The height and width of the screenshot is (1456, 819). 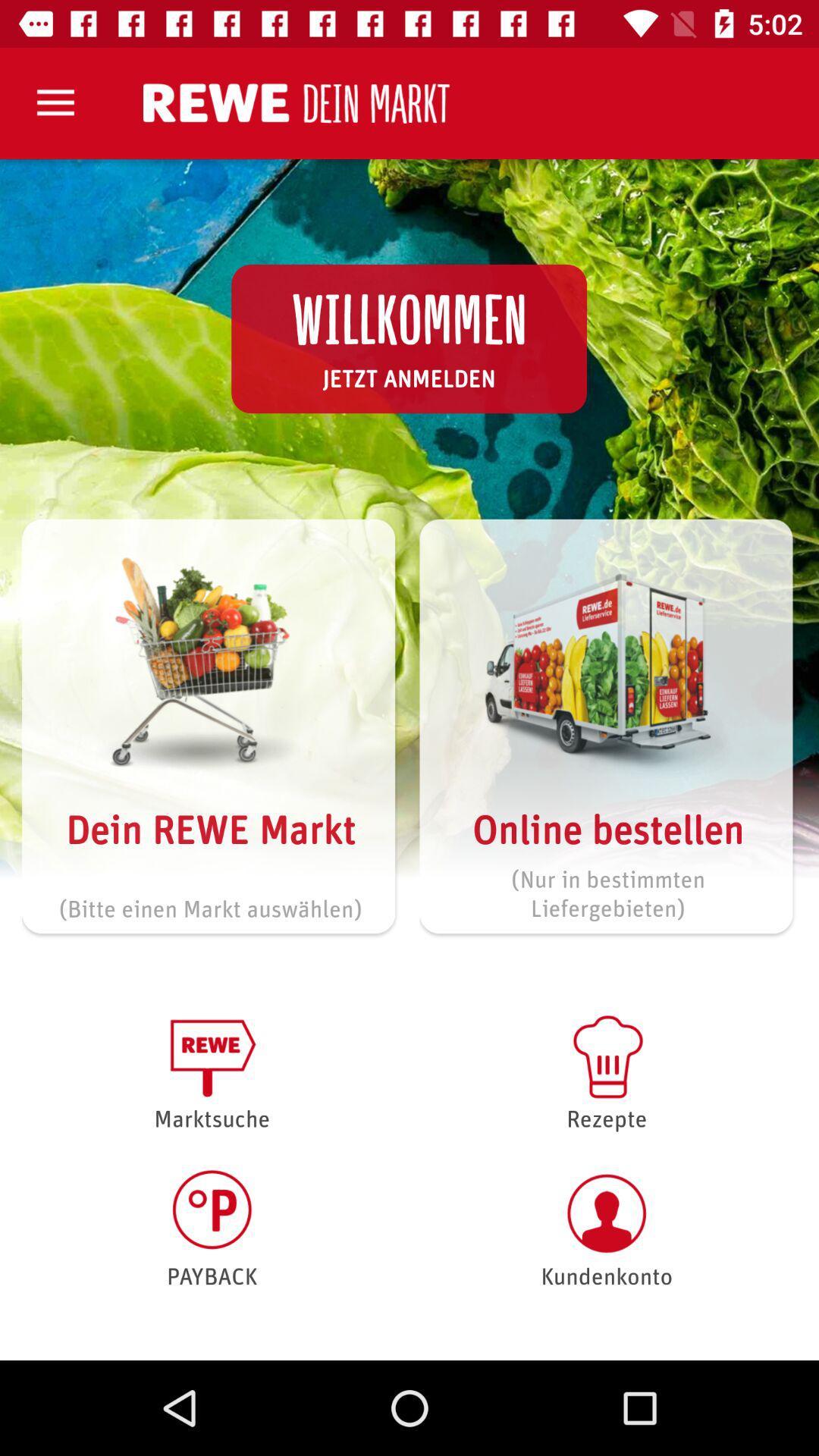 What do you see at coordinates (606, 1228) in the screenshot?
I see `icon to the right of the marktsuche item` at bounding box center [606, 1228].